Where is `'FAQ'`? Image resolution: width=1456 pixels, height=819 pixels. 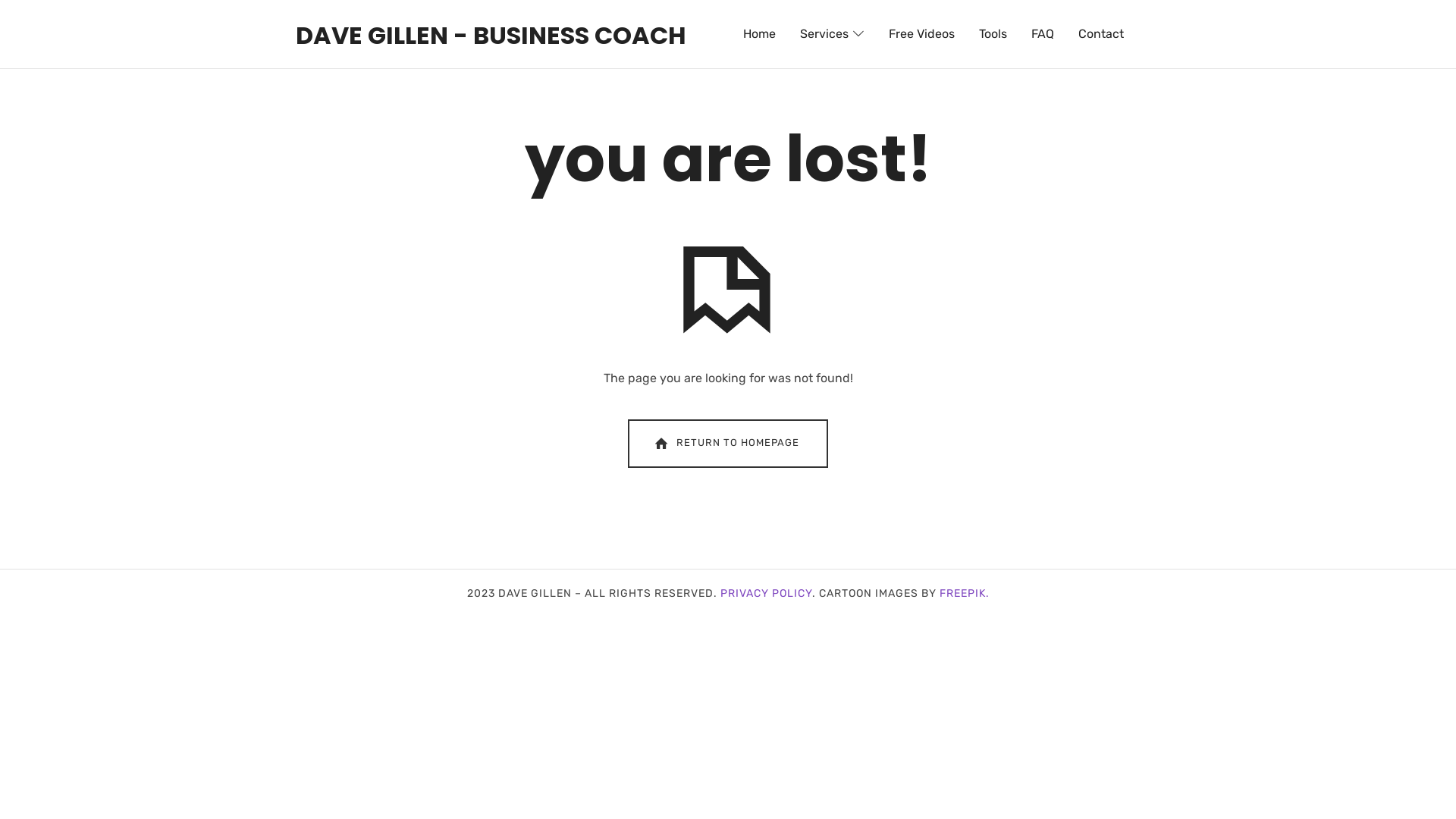
'FAQ' is located at coordinates (1041, 34).